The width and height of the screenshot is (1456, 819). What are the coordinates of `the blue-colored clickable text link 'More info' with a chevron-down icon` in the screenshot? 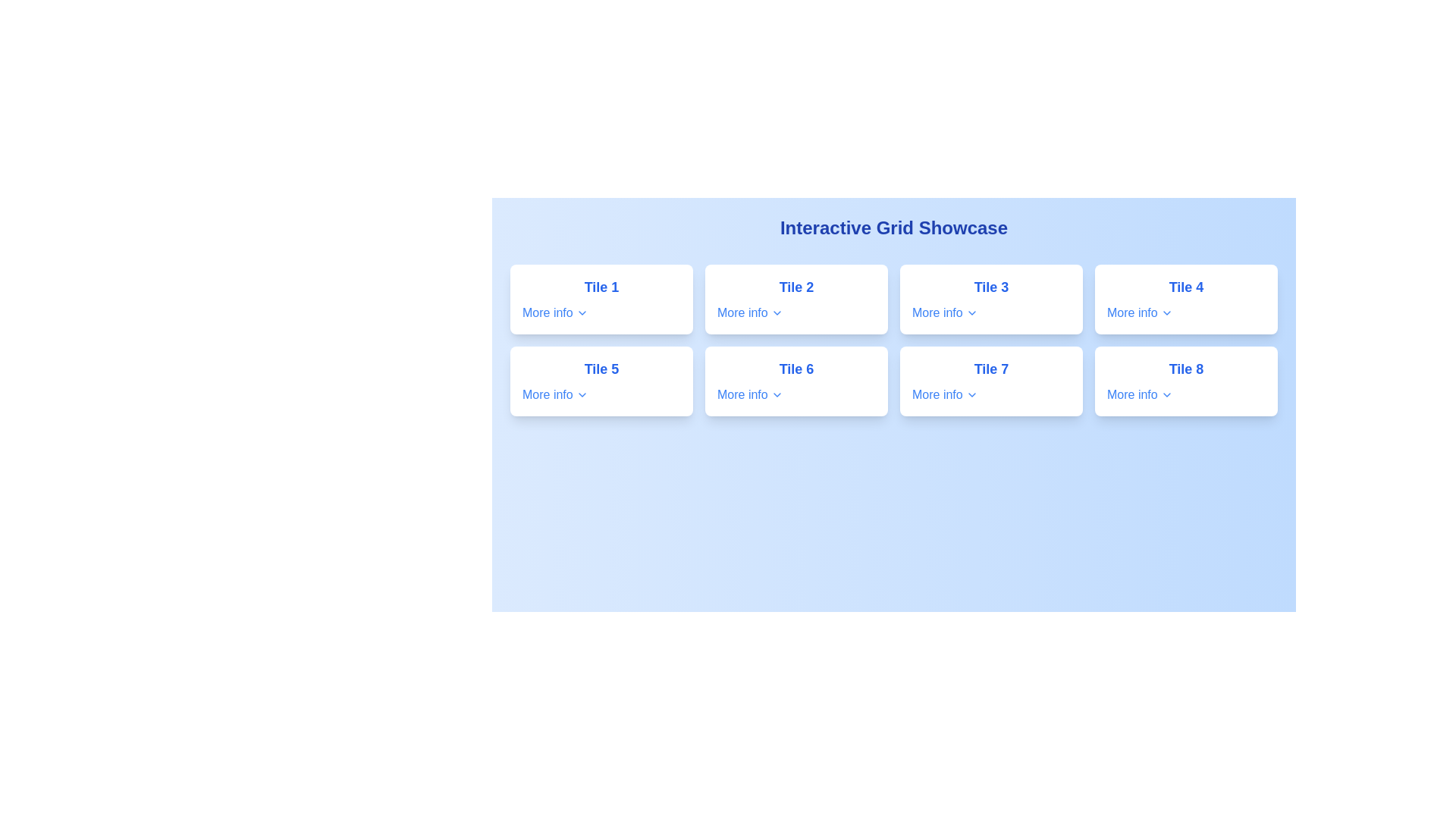 It's located at (944, 312).